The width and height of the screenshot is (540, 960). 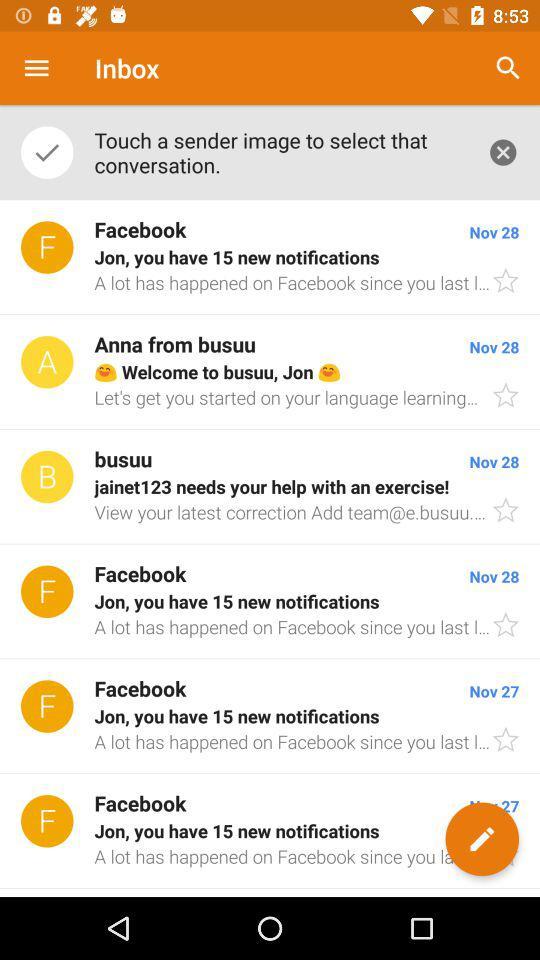 I want to click on touch a sender, so click(x=279, y=151).